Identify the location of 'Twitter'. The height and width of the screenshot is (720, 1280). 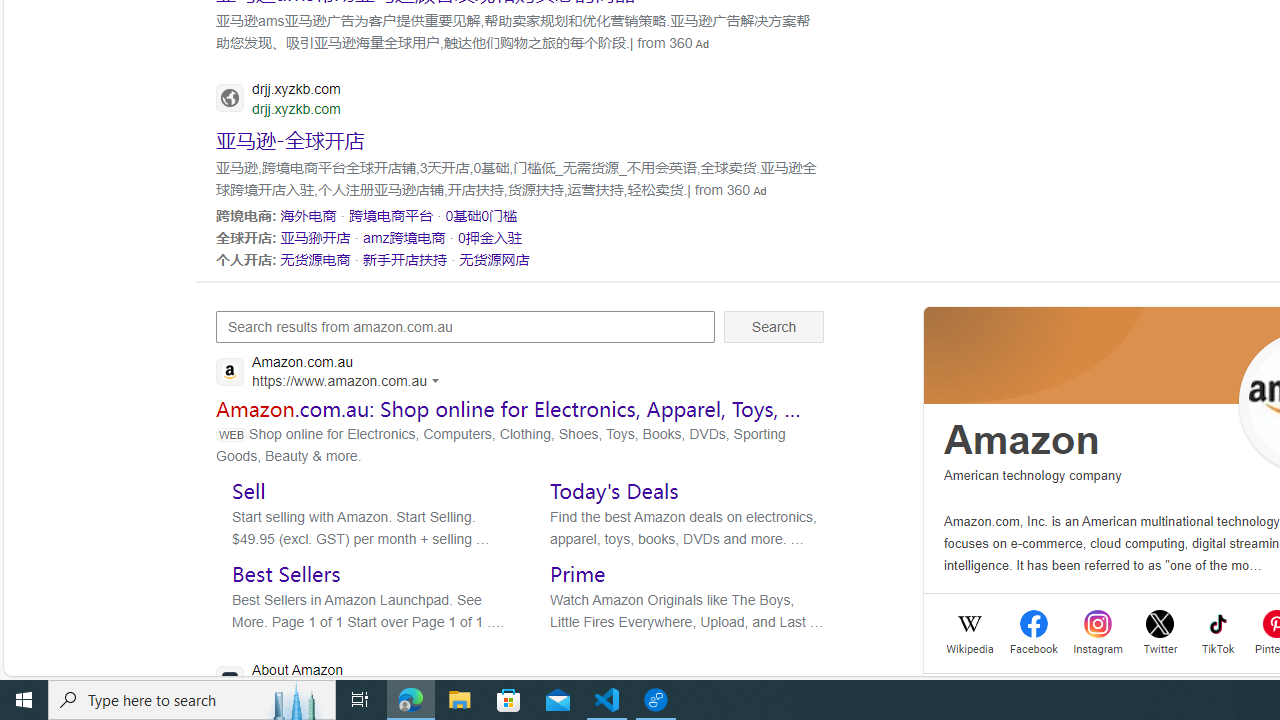
(1160, 647).